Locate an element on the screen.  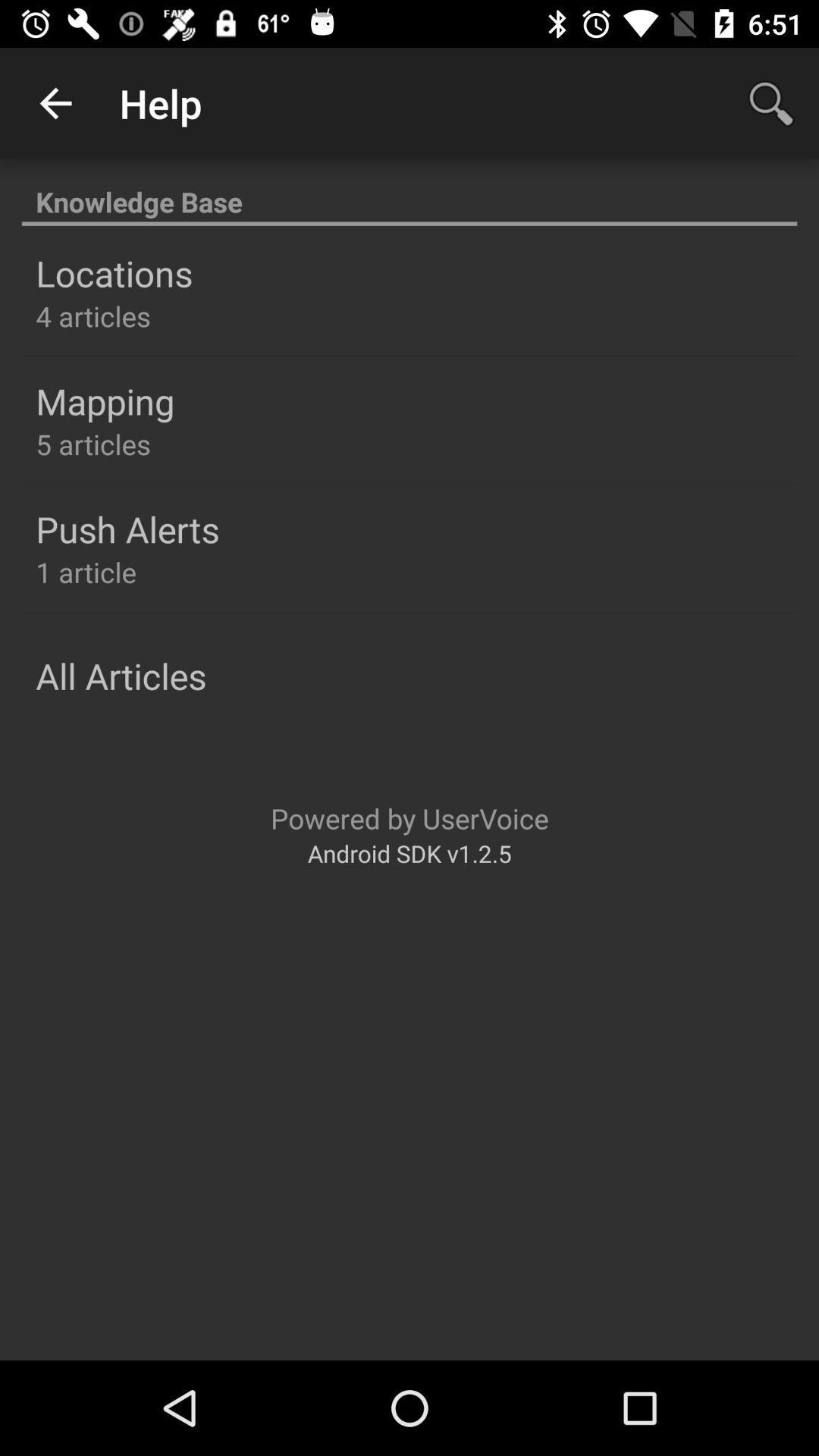
the icon below the knowledge base item is located at coordinates (113, 273).